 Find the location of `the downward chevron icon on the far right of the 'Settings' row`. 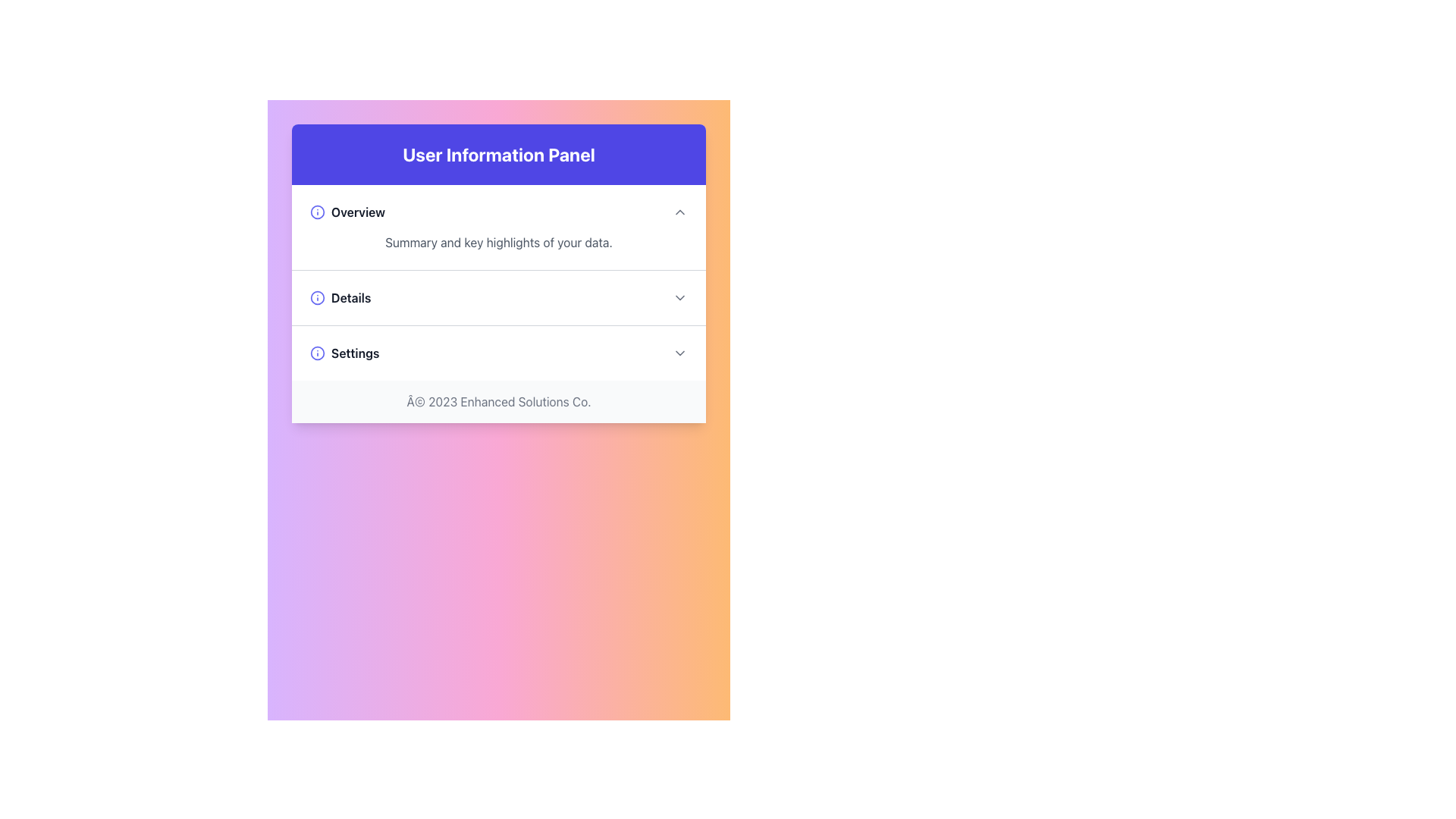

the downward chevron icon on the far right of the 'Settings' row is located at coordinates (679, 353).